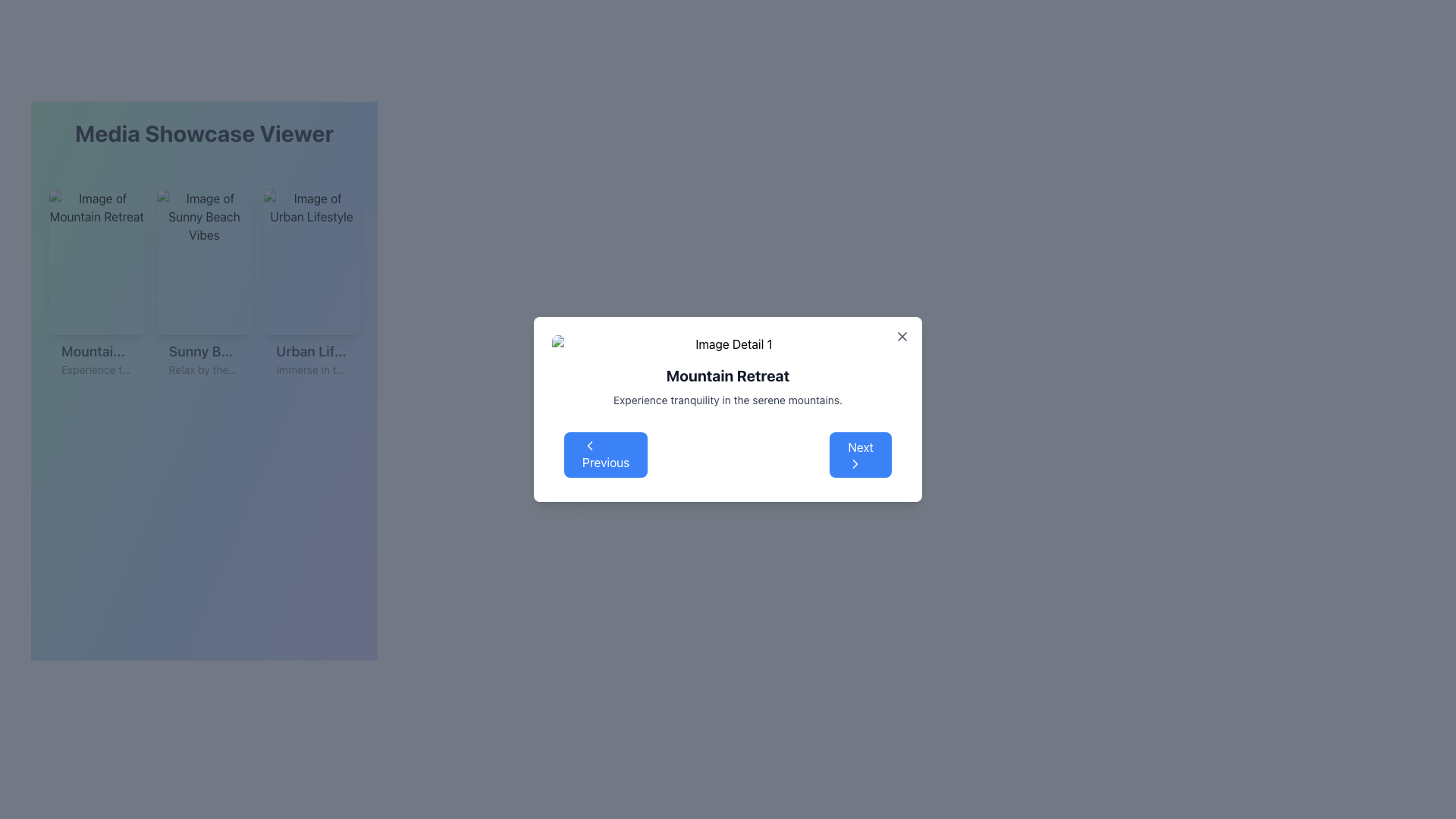  I want to click on title 'Urban Lifestyle' and the description 'Immerse in the vibrant energy of the city.' from the textual content block located at the center of the card component in the grid layout, so click(311, 359).